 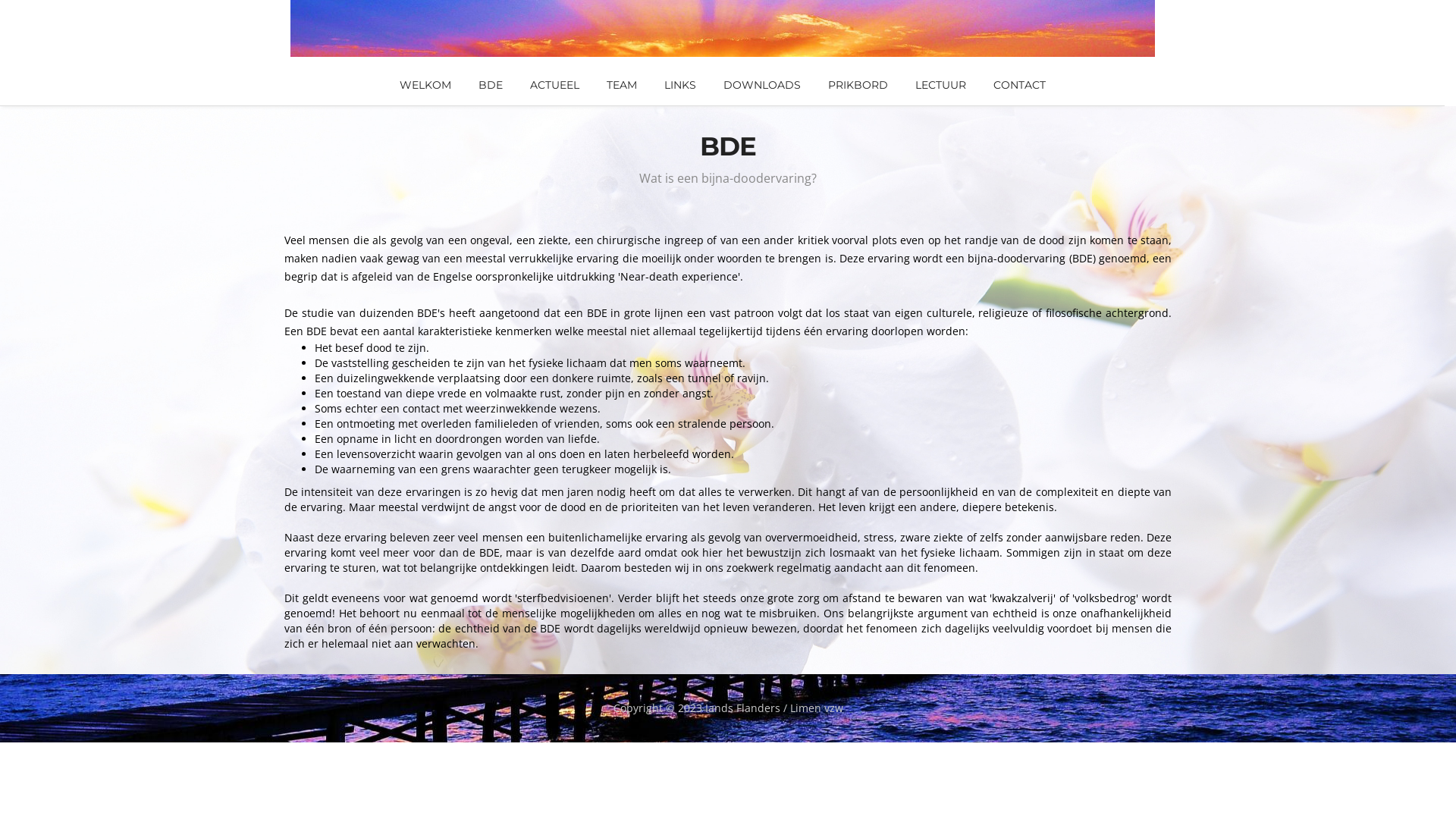 I want to click on 'BDE', so click(x=490, y=84).